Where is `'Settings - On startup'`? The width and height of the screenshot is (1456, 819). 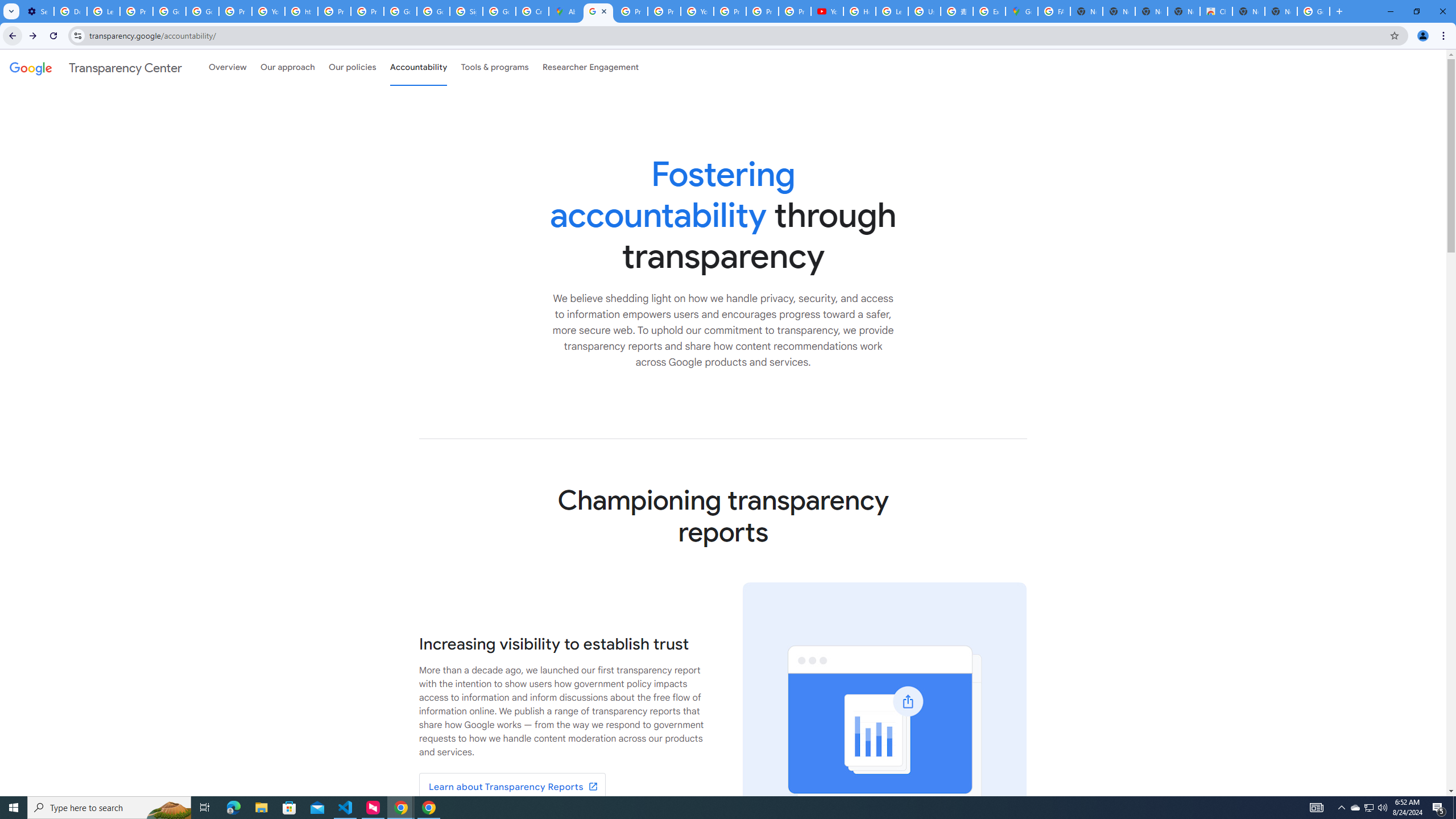
'Settings - On startup' is located at coordinates (37, 11).